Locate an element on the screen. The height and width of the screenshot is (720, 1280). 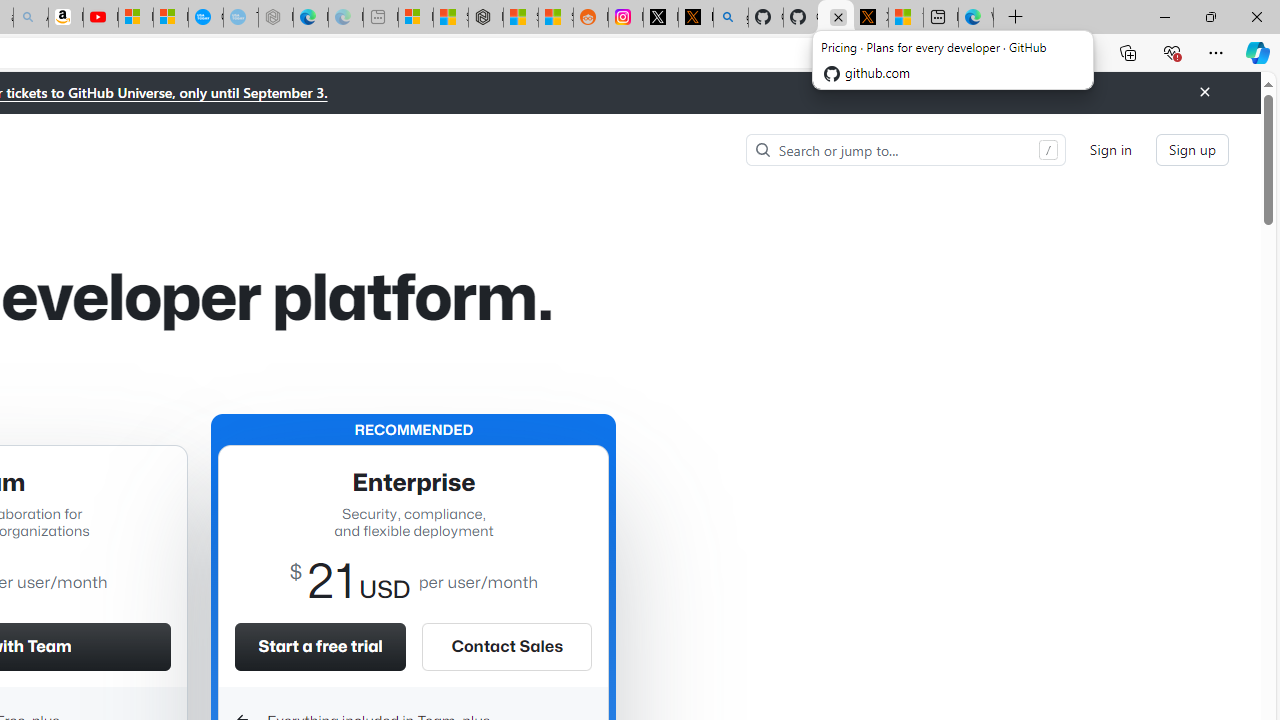
'Day 1: Arriving in Yemen (surreal to be here) - YouTube' is located at coordinates (100, 17).